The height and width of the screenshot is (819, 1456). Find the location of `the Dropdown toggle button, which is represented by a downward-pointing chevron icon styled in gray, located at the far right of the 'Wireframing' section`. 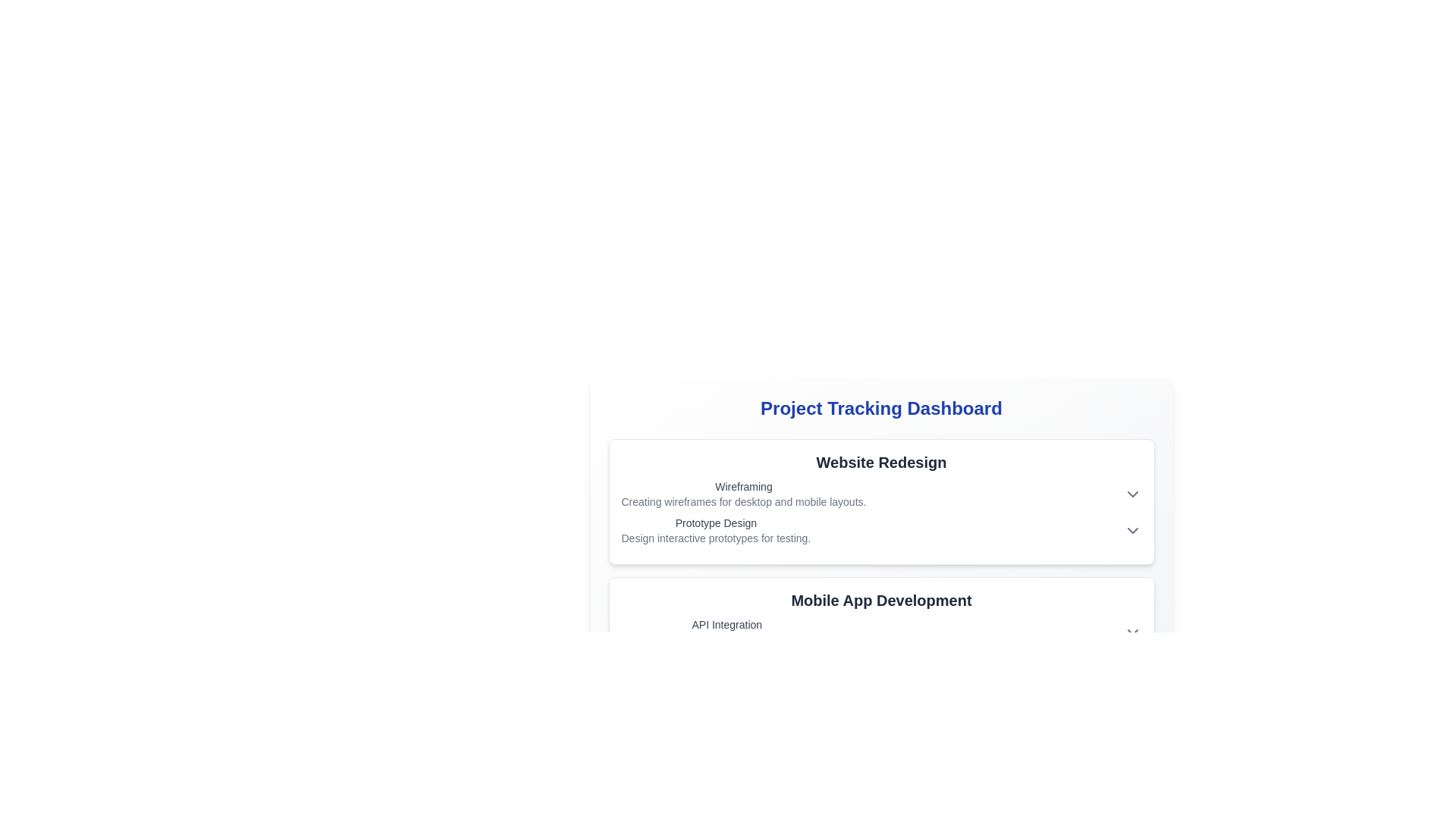

the Dropdown toggle button, which is represented by a downward-pointing chevron icon styled in gray, located at the far right of the 'Wireframing' section is located at coordinates (1132, 494).